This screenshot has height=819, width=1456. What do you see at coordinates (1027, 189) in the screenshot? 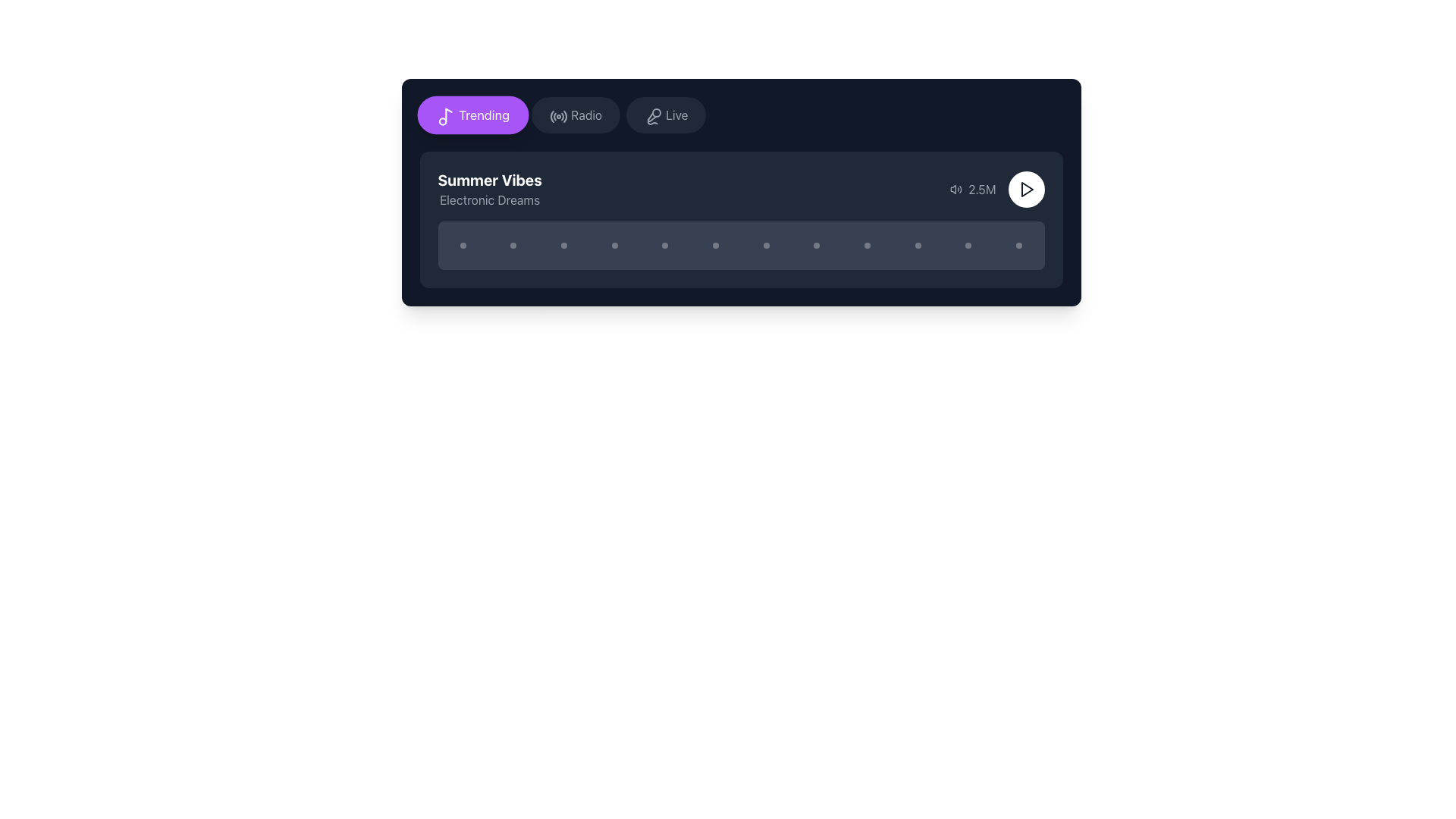
I see `the triangular play button outlined in gray to initiate playback` at bounding box center [1027, 189].